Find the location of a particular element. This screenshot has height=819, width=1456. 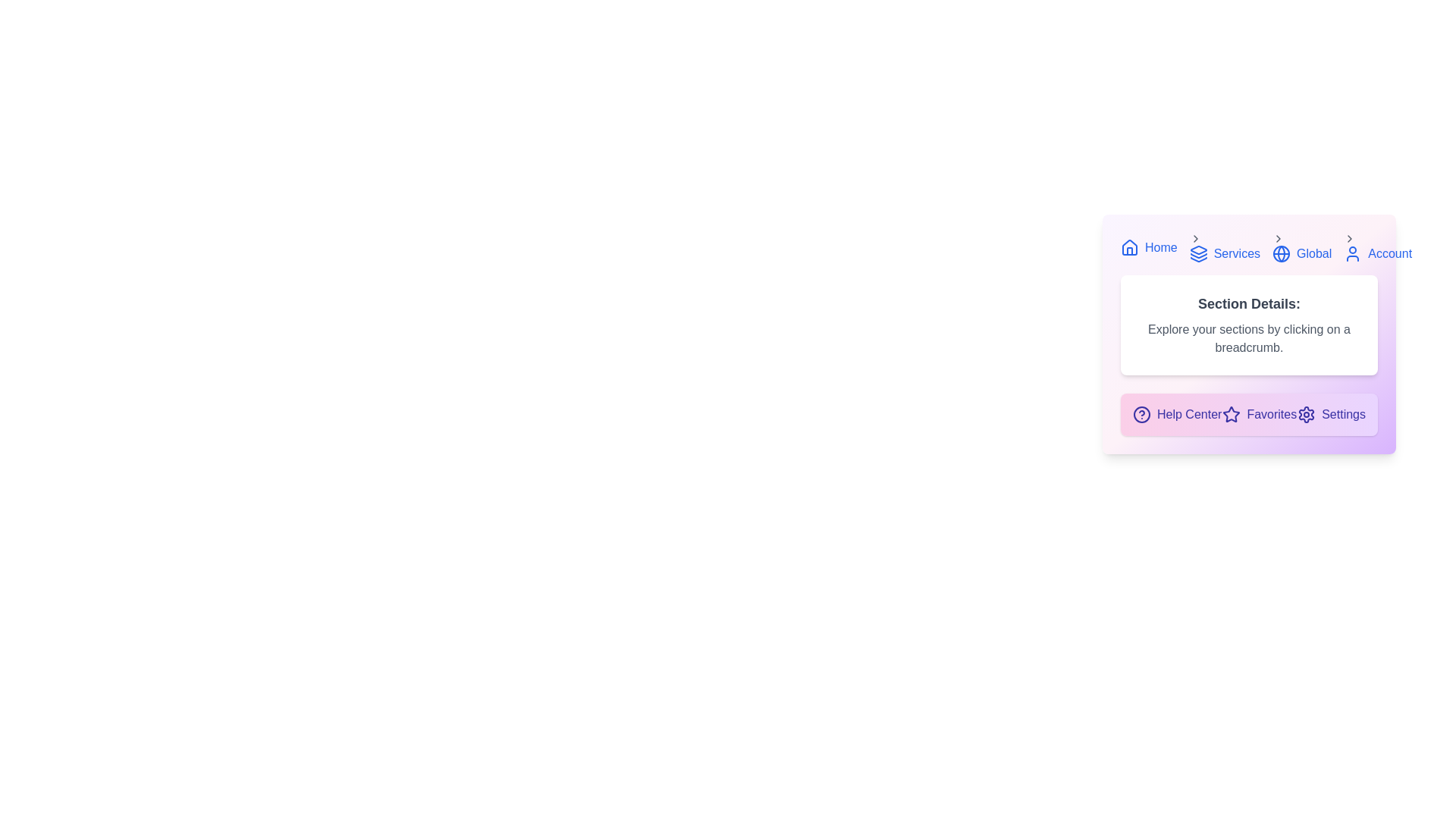

the 'Services' text label in the breadcrumb navigation to trigger the underline effect is located at coordinates (1237, 253).